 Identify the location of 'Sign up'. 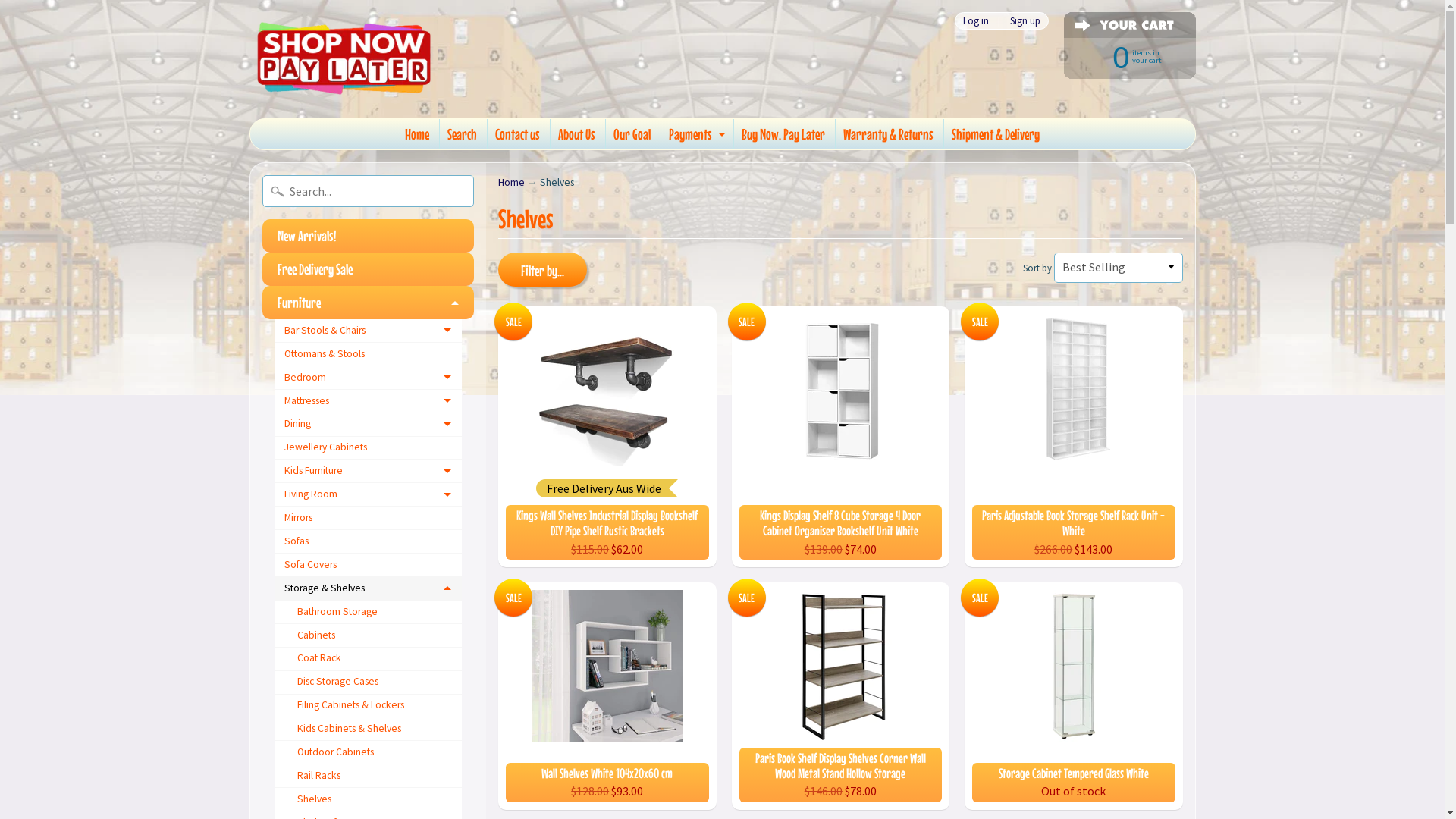
(1025, 20).